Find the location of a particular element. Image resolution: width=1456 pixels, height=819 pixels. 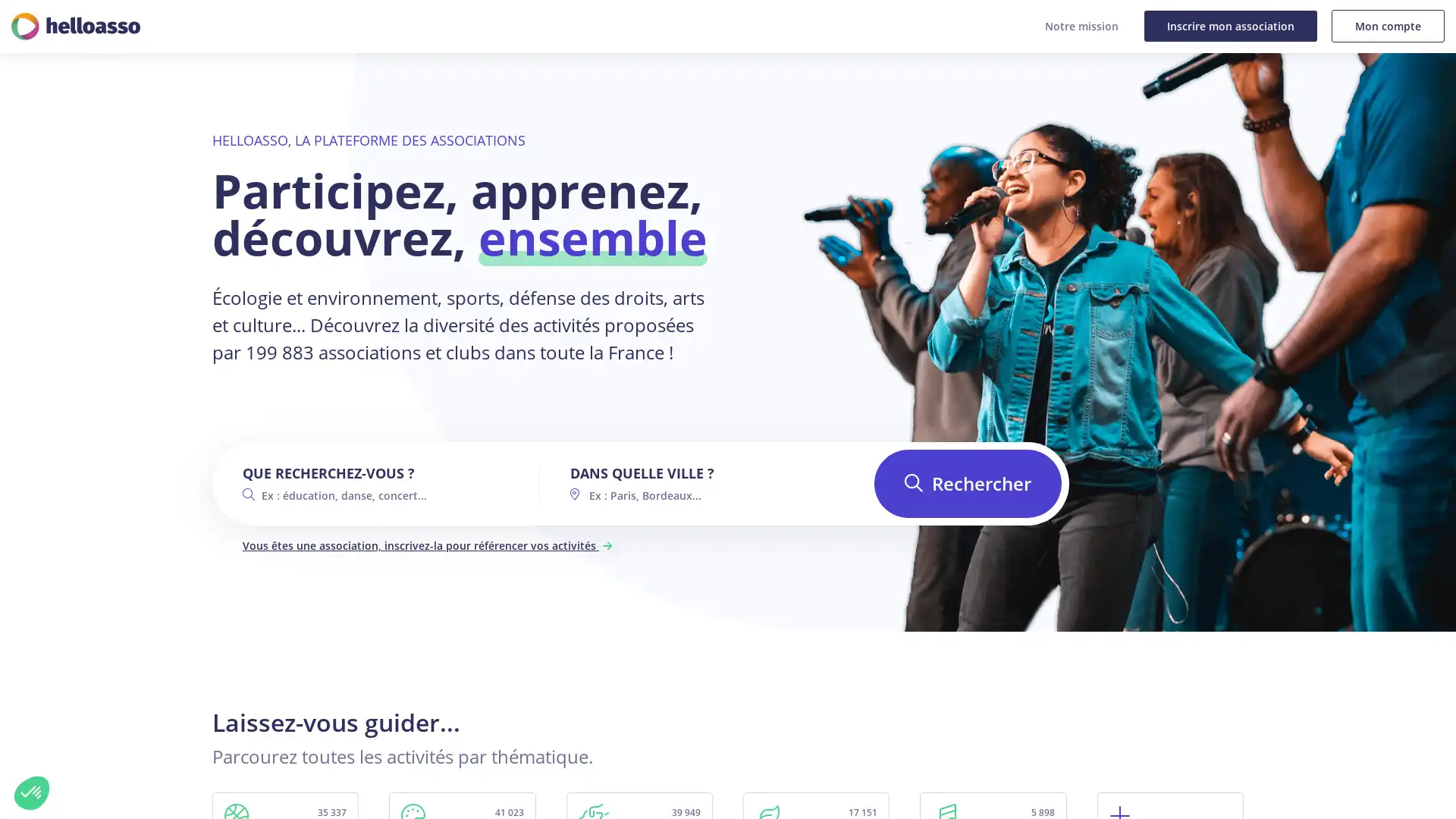

Non merci is located at coordinates (32, 792).